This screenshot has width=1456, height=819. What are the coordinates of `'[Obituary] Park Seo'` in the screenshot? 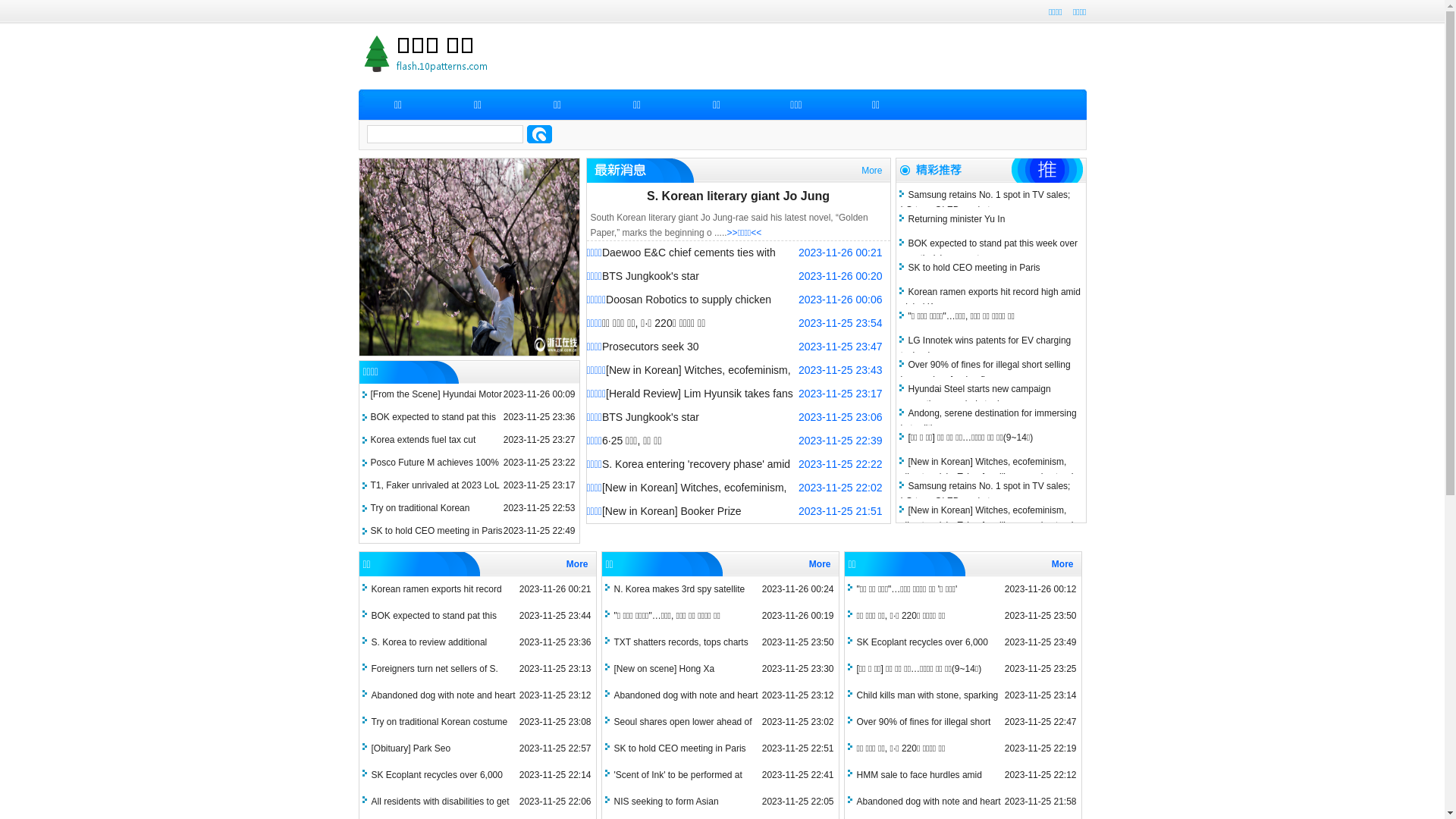 It's located at (407, 748).